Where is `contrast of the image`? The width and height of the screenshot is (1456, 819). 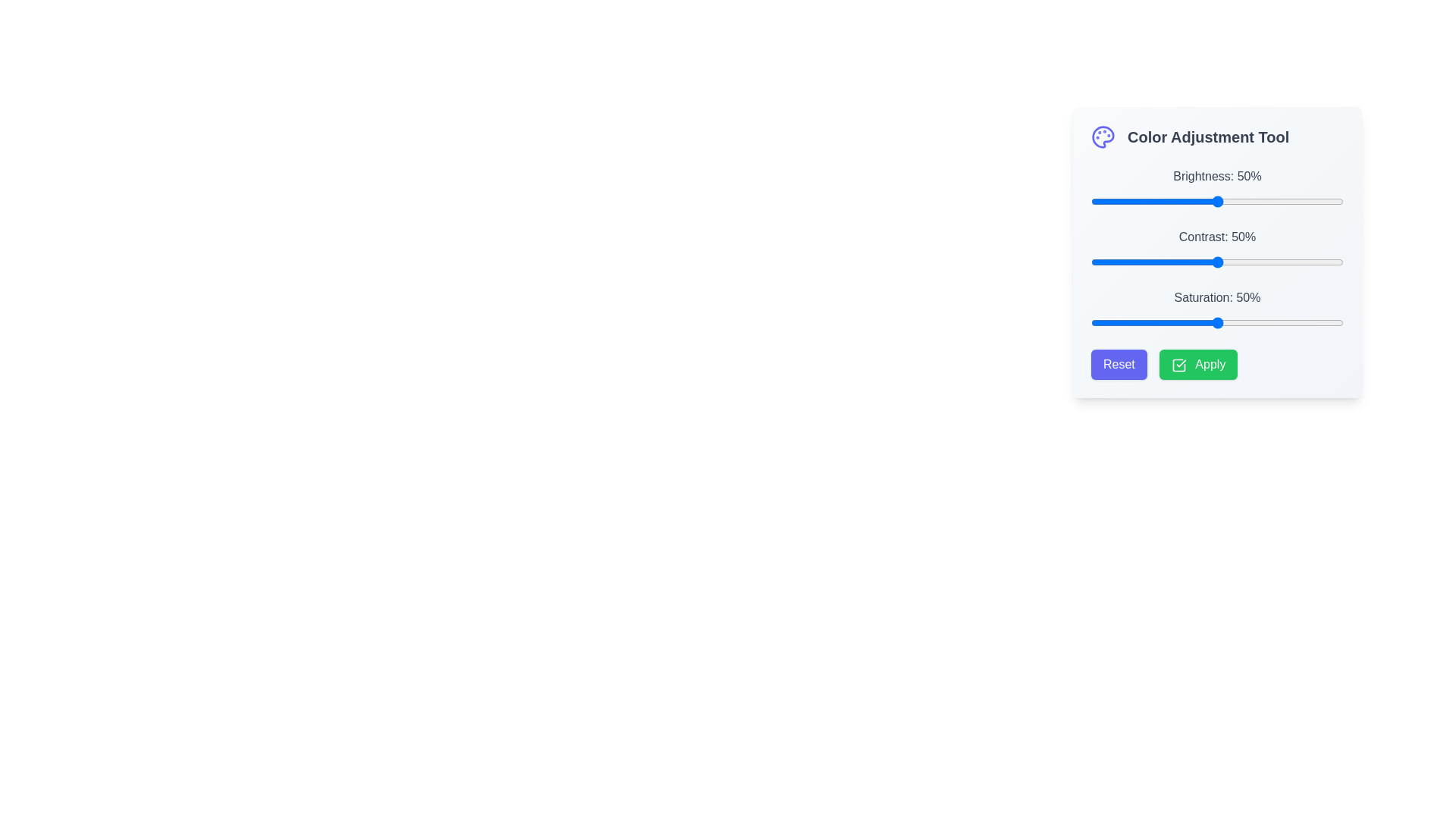 contrast of the image is located at coordinates (1119, 262).